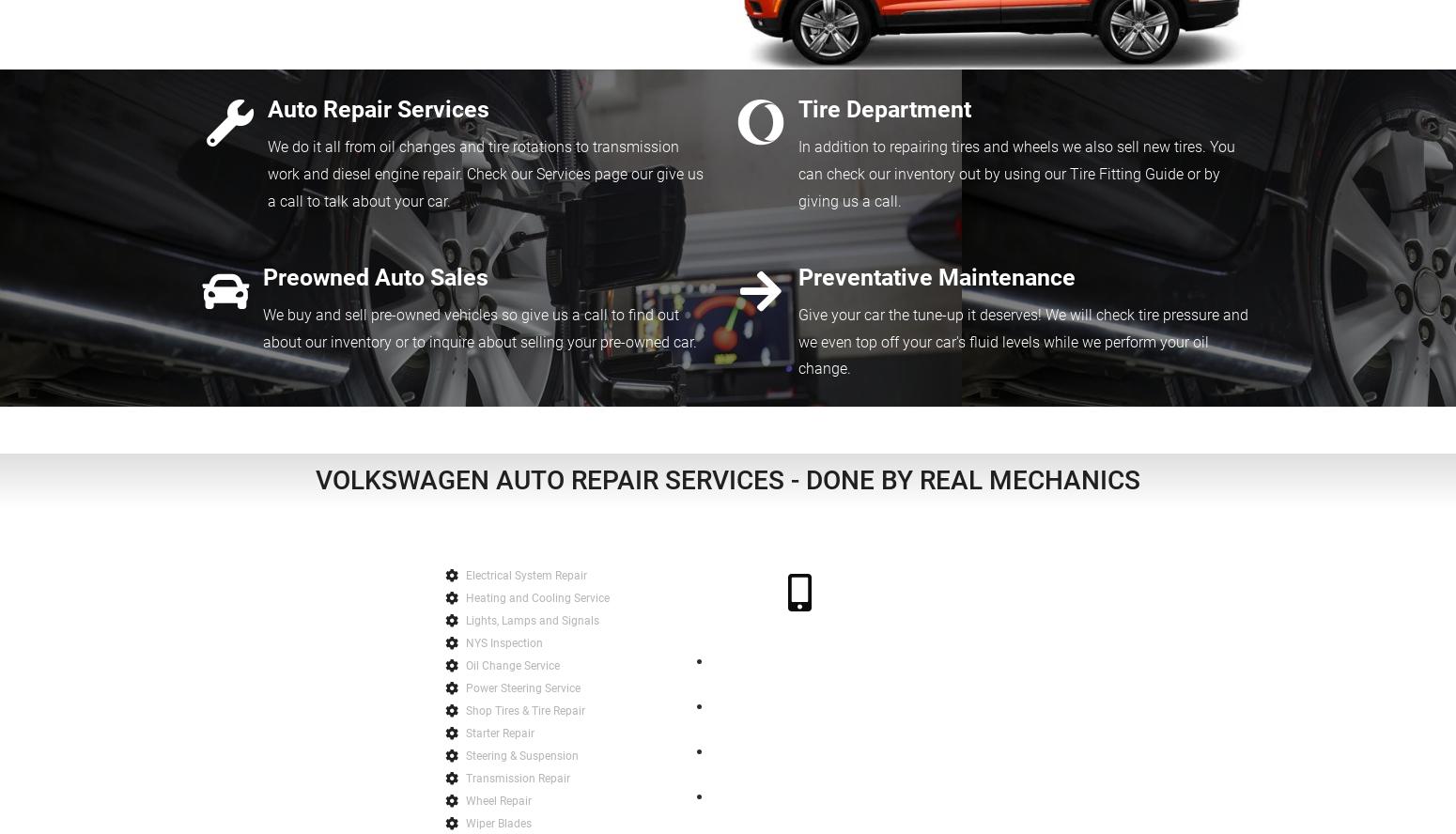 This screenshot has width=1456, height=834. I want to click on 'In addition to repairing tires and wheels we also sell new tires. You can check our inventory out by using our Tire Fitting Guide or by giving us a call.', so click(1016, 173).